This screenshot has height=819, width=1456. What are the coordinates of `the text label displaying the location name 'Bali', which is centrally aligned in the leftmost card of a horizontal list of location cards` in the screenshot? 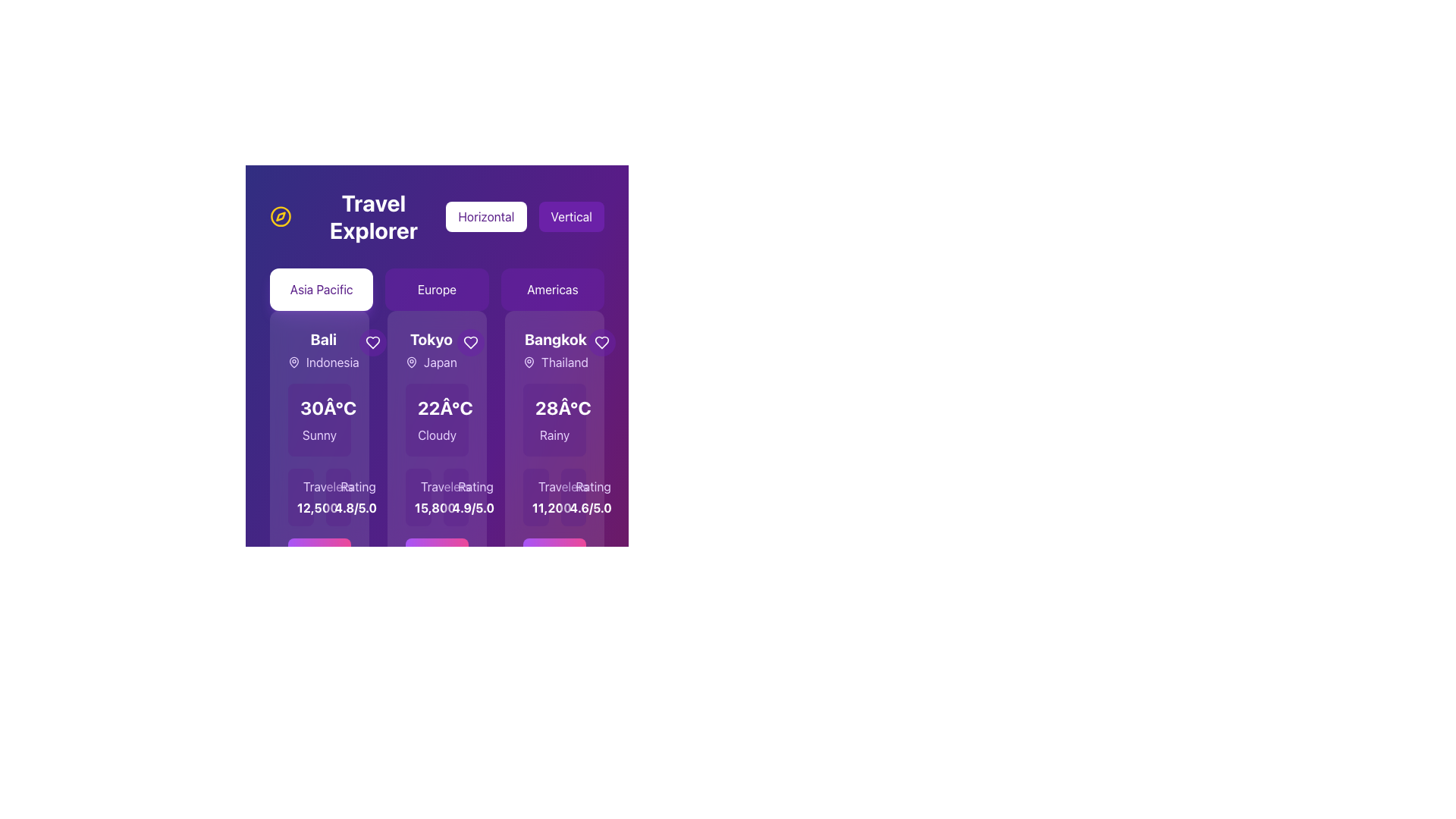 It's located at (322, 338).